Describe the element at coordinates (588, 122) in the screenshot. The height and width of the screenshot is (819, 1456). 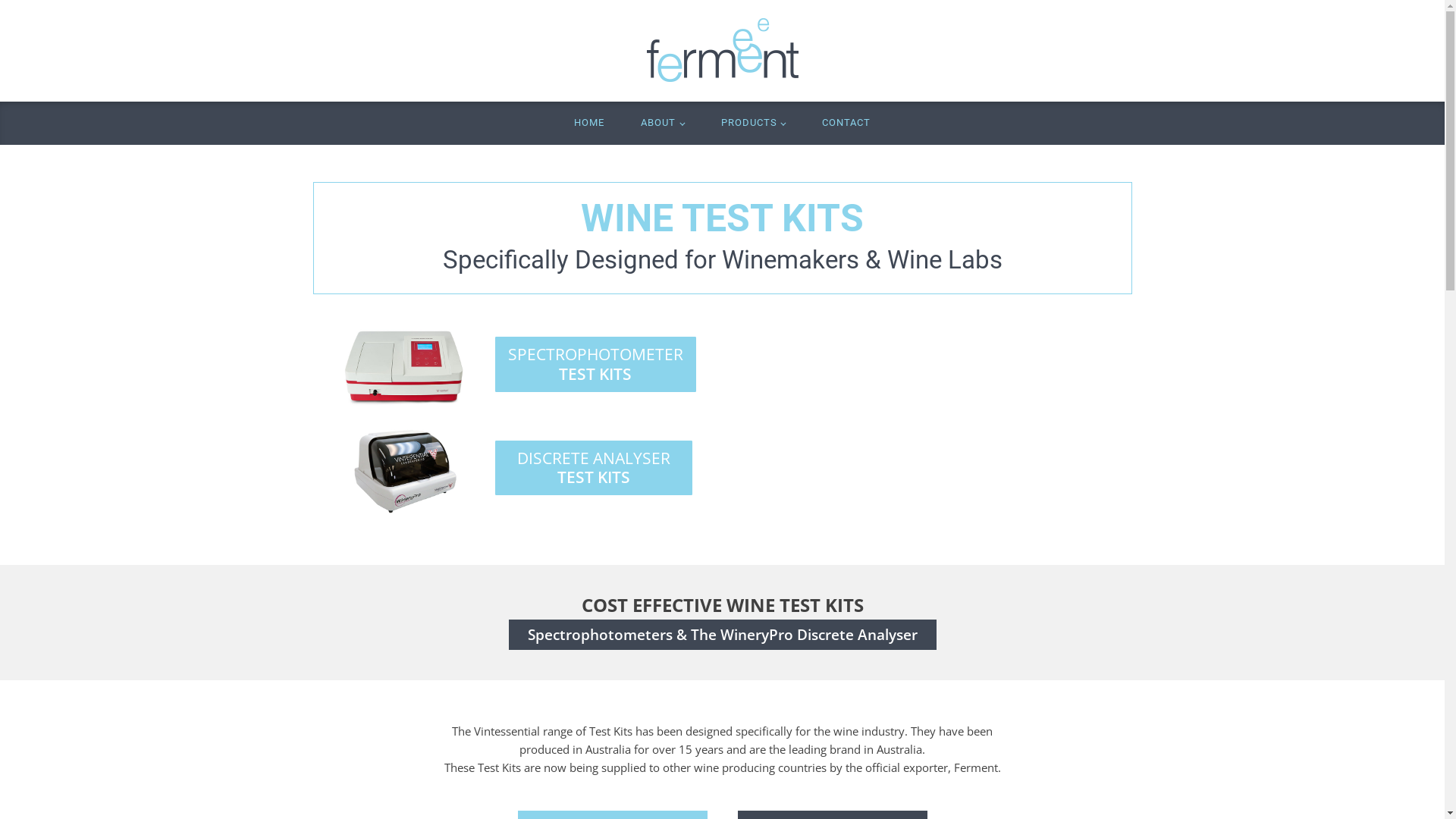
I see `'HOME'` at that location.